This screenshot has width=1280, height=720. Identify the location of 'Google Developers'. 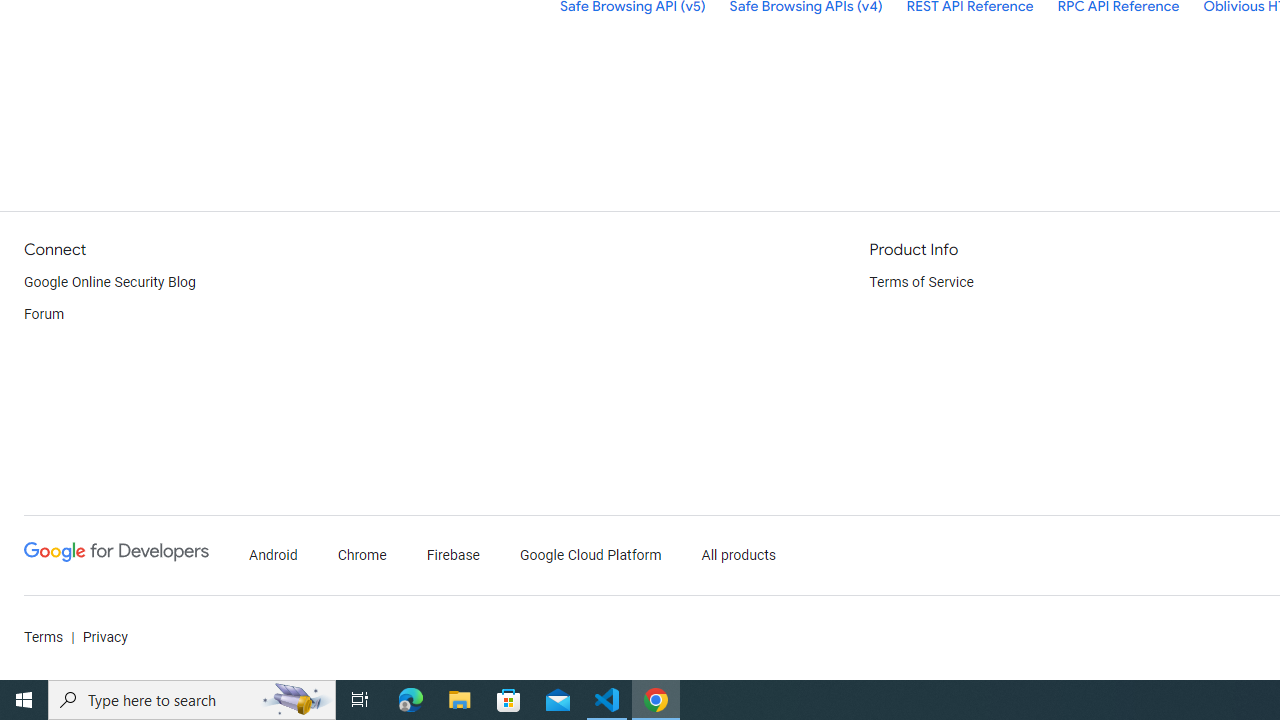
(115, 551).